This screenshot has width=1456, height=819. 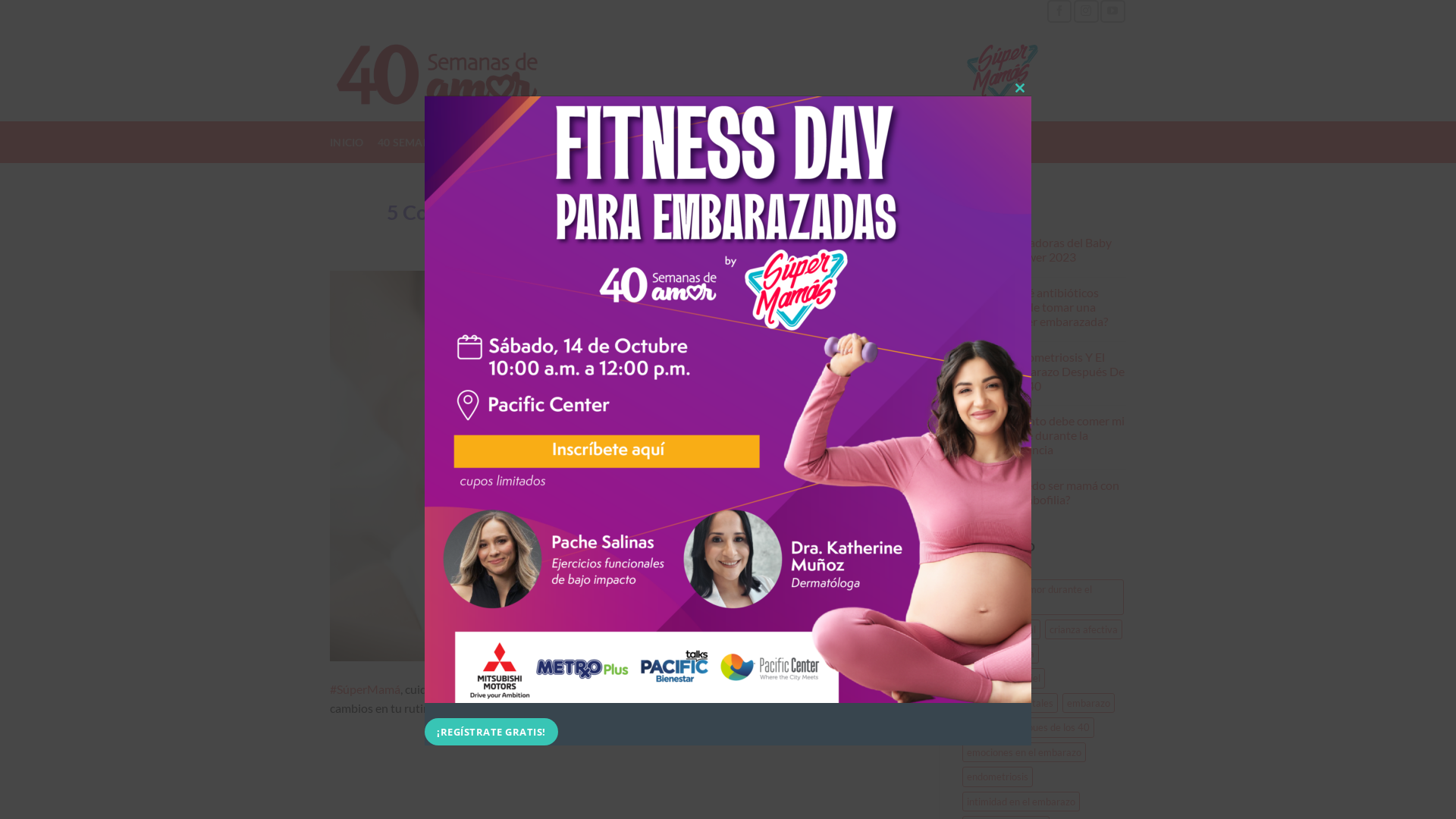 What do you see at coordinates (1023, 752) in the screenshot?
I see `'emociones en el embarazo'` at bounding box center [1023, 752].